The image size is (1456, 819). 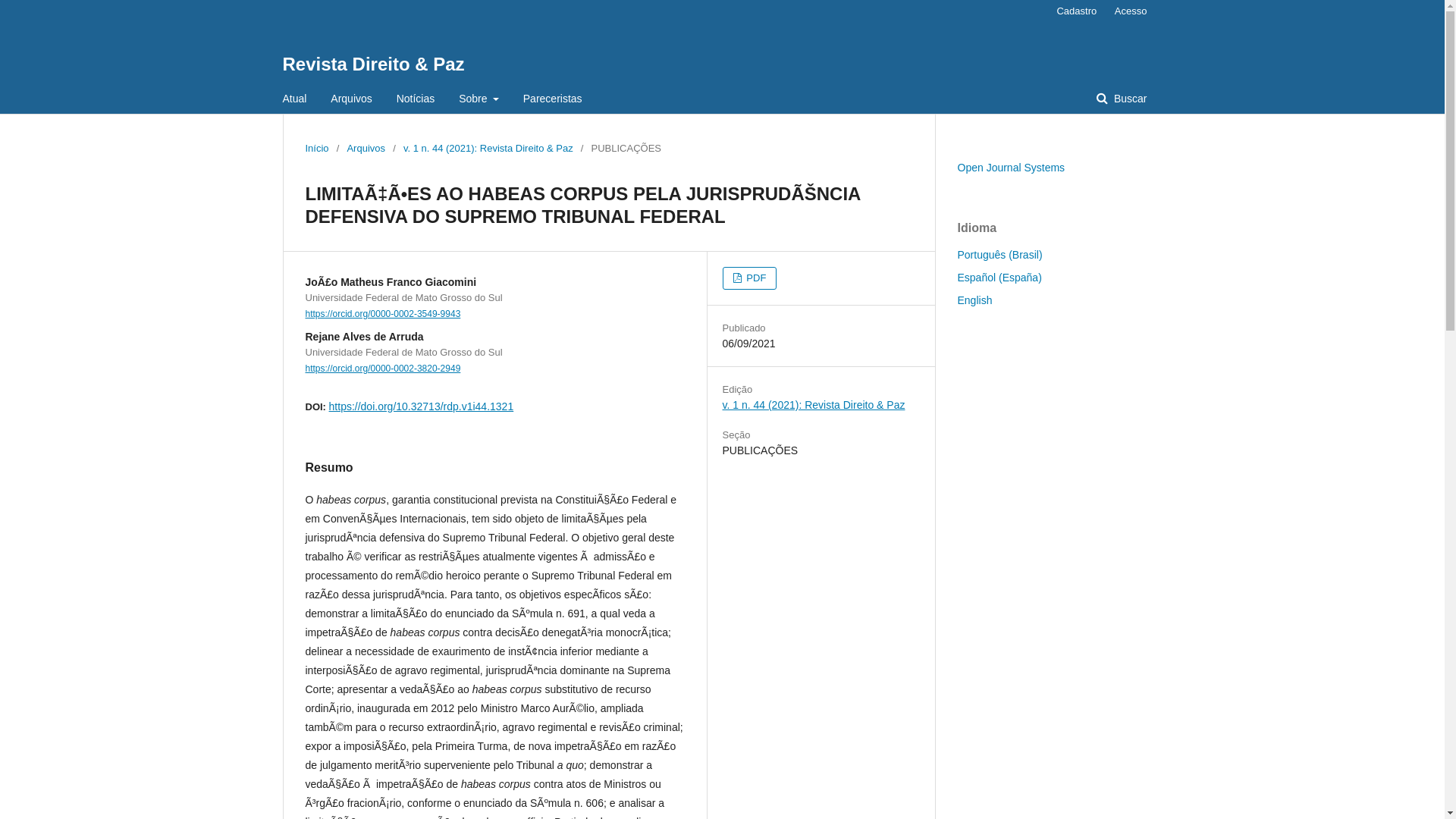 What do you see at coordinates (304, 369) in the screenshot?
I see `'https://orcid.org/0000-0002-3820-2949'` at bounding box center [304, 369].